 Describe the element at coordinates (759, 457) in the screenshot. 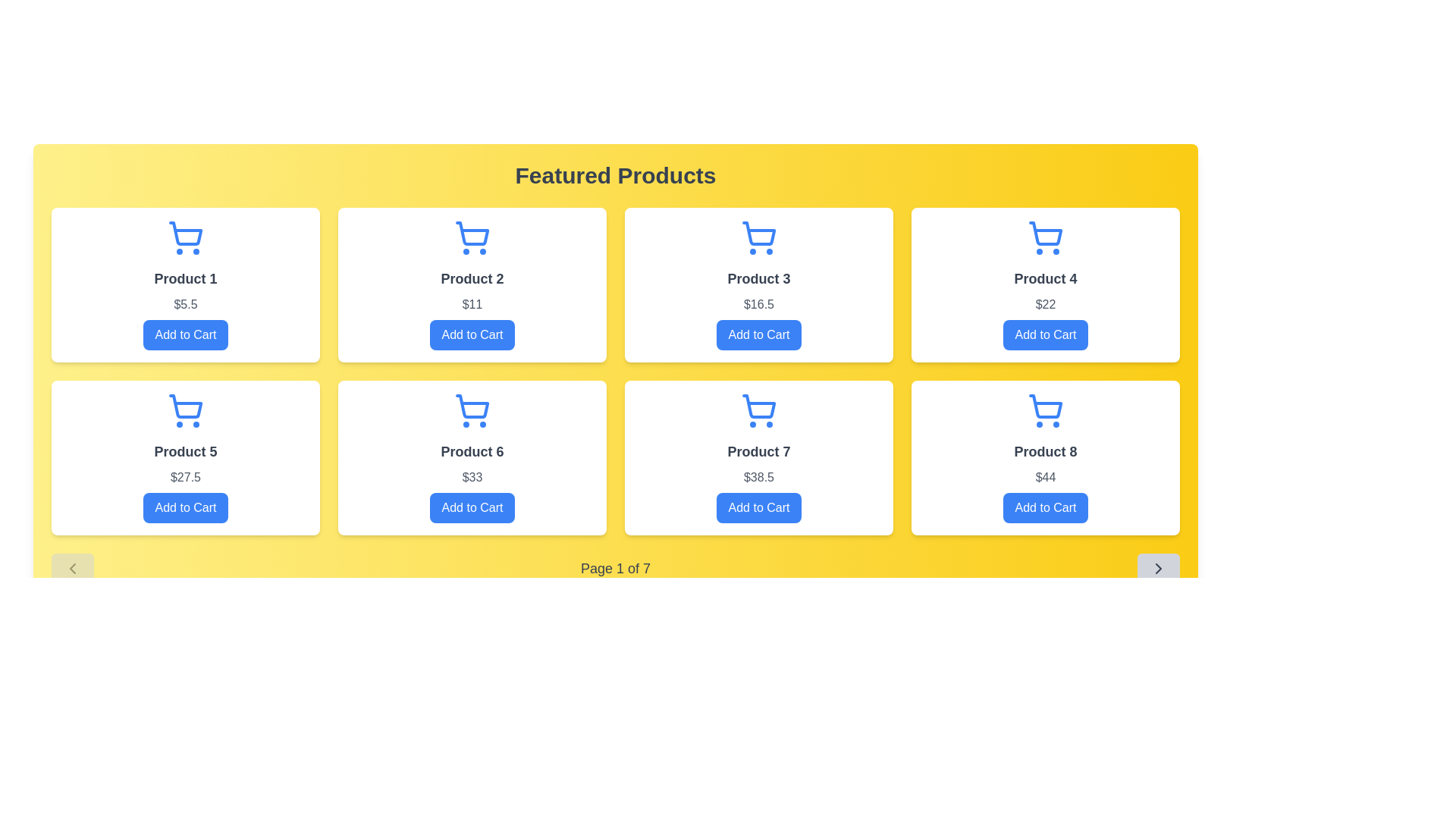

I see `details of the product card for 'Product 7', which includes the product name, price, and 'Add to Cart' button, located in the second row and third column of the grid layout` at that location.